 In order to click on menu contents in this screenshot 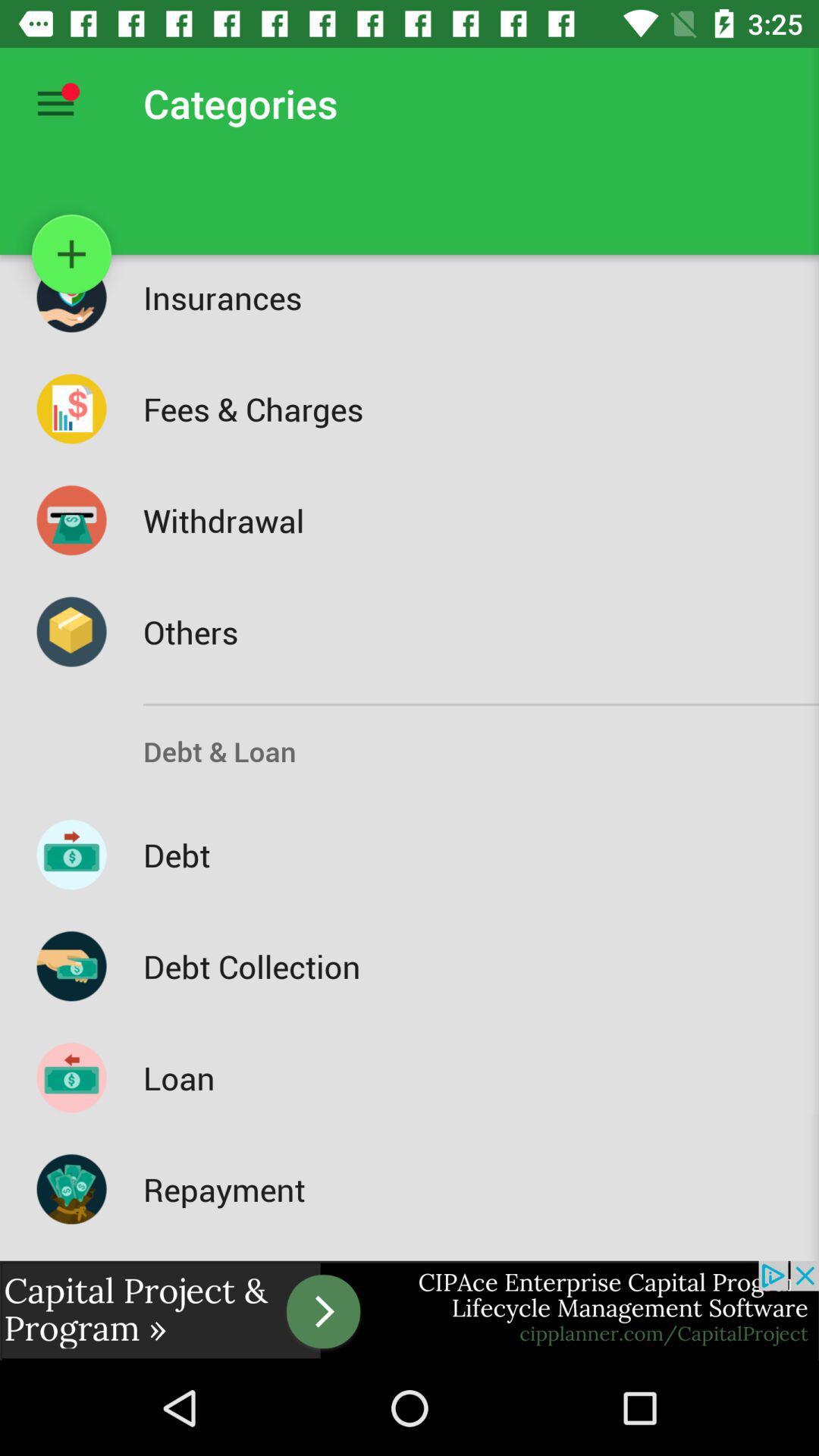, I will do `click(55, 102)`.